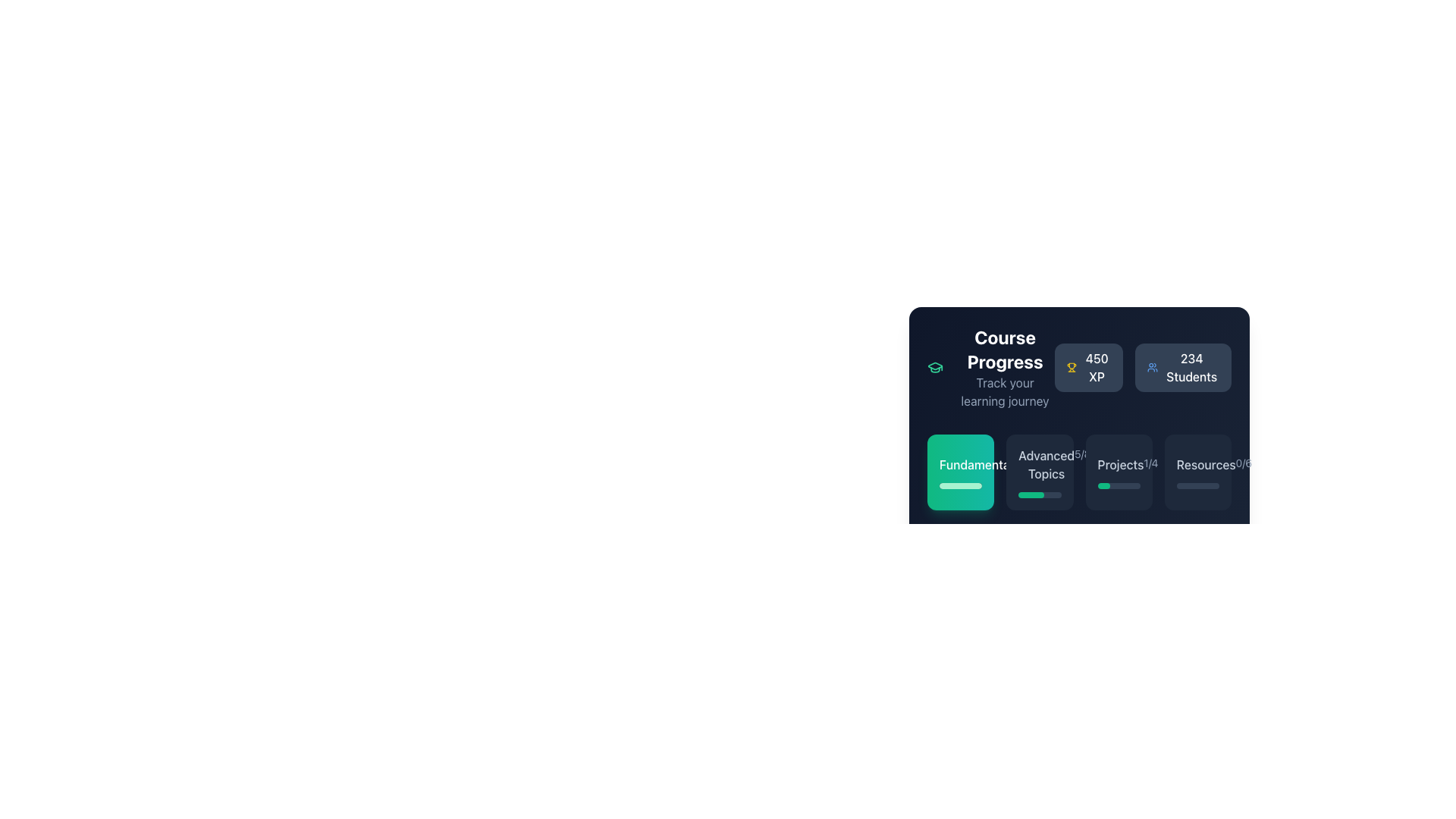 The height and width of the screenshot is (819, 1456). What do you see at coordinates (934, 368) in the screenshot?
I see `the 'Course Progress' icon, which visually indicates the user's educational progress and is positioned to the left of the text 'Course Progress'` at bounding box center [934, 368].